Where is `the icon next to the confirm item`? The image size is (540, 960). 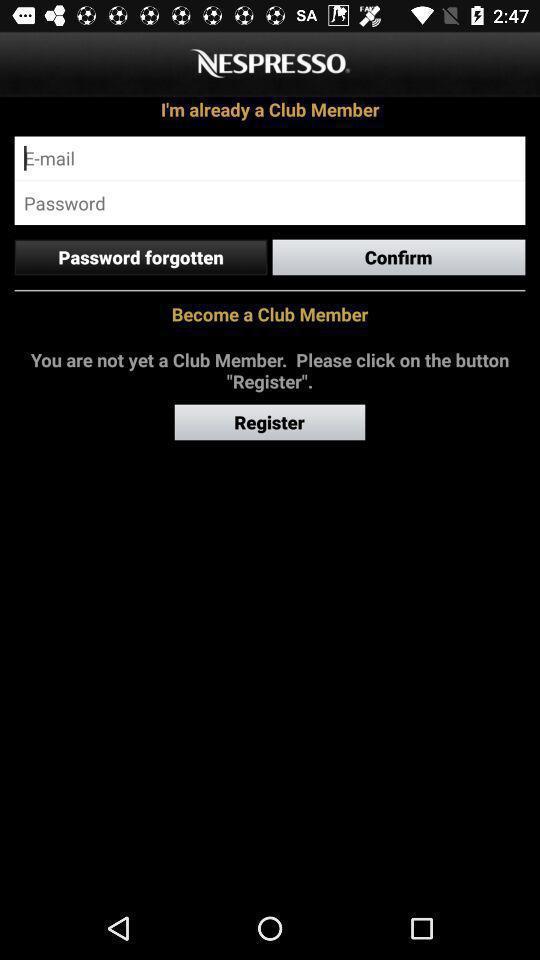 the icon next to the confirm item is located at coordinates (139, 256).